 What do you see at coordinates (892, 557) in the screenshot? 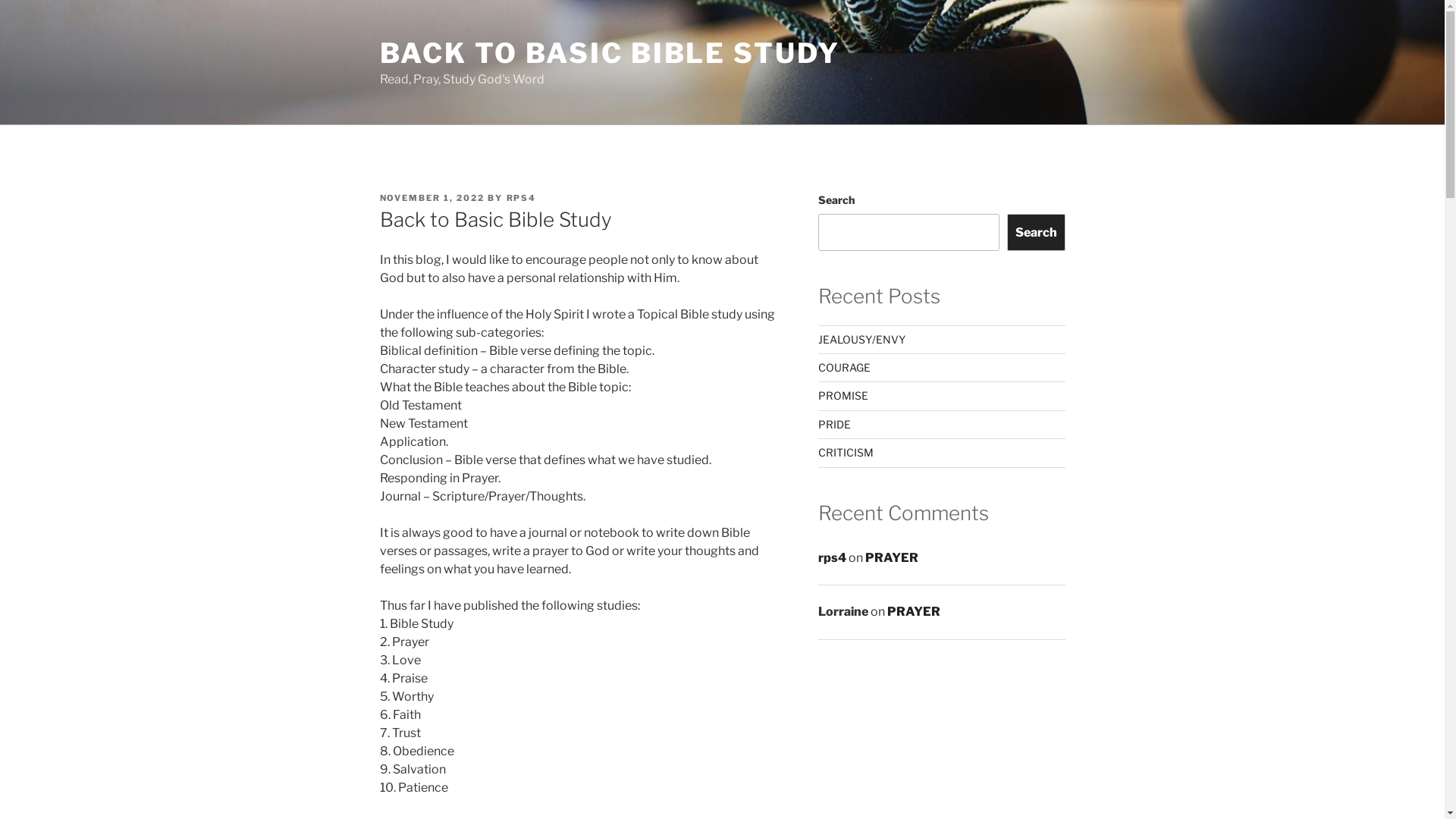
I see `'PRAYER'` at bounding box center [892, 557].